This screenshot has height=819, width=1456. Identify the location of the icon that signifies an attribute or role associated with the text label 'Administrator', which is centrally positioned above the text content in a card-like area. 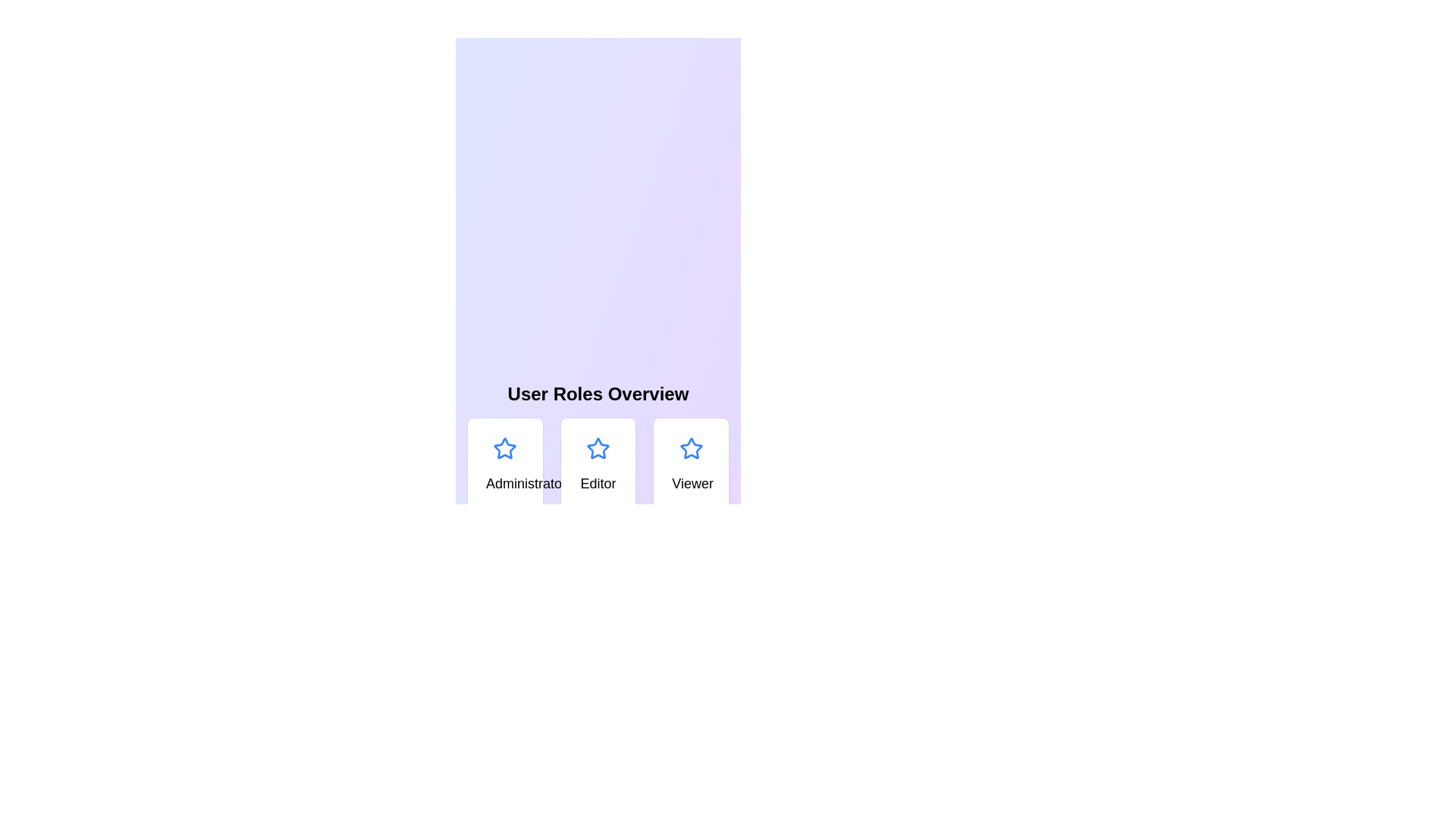
(505, 447).